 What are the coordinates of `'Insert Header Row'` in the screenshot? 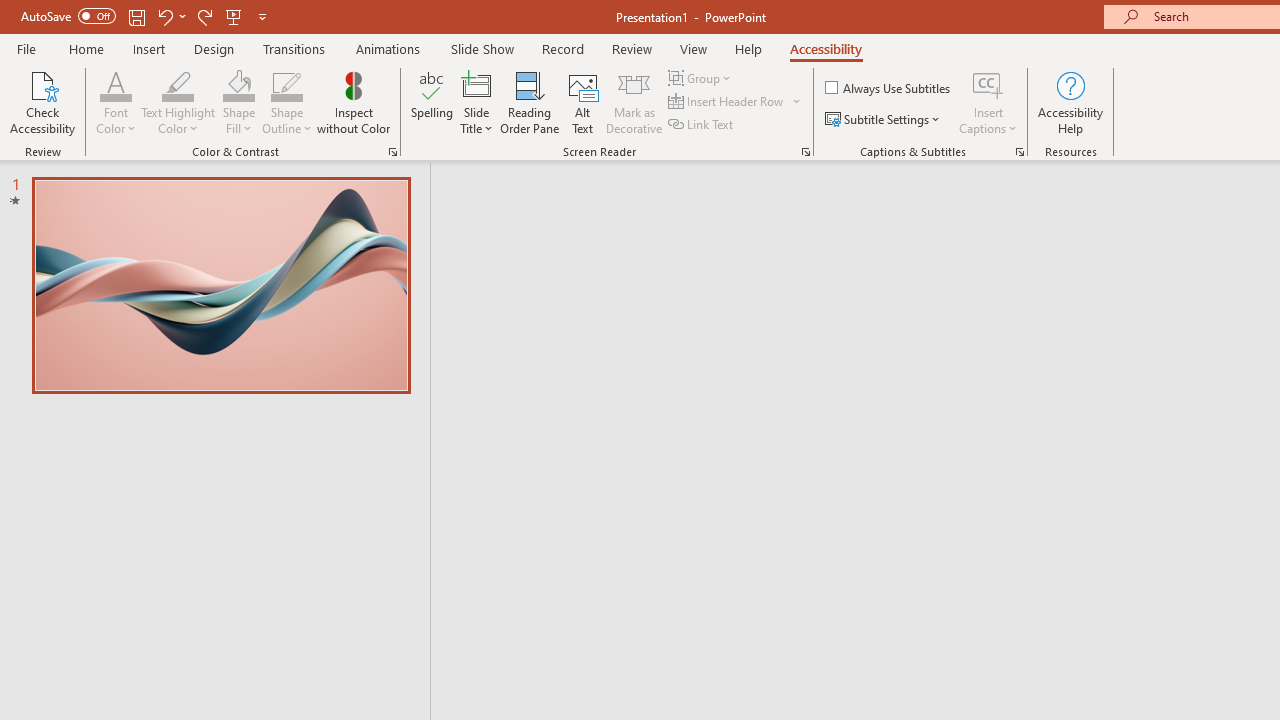 It's located at (726, 101).